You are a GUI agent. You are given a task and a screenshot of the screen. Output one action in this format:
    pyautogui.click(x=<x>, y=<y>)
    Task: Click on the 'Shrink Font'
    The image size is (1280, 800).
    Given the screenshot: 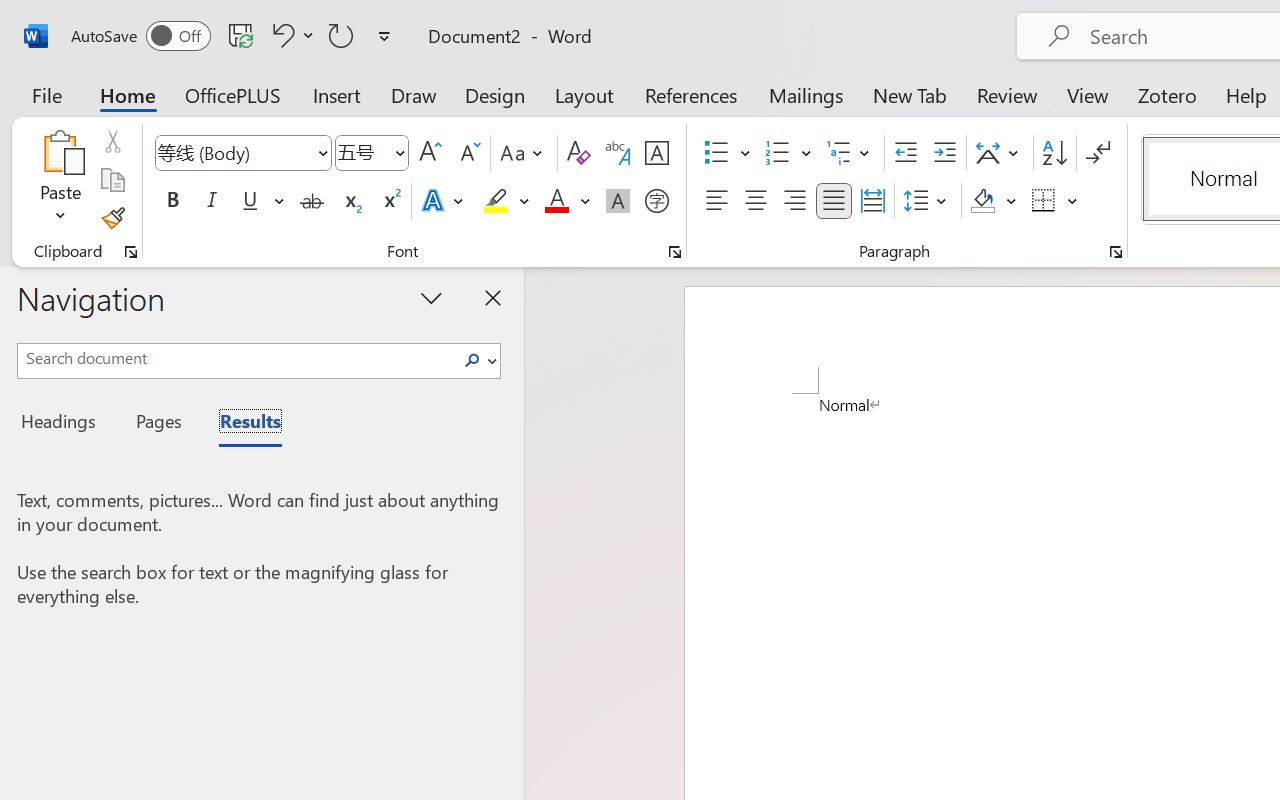 What is the action you would take?
    pyautogui.click(x=467, y=153)
    